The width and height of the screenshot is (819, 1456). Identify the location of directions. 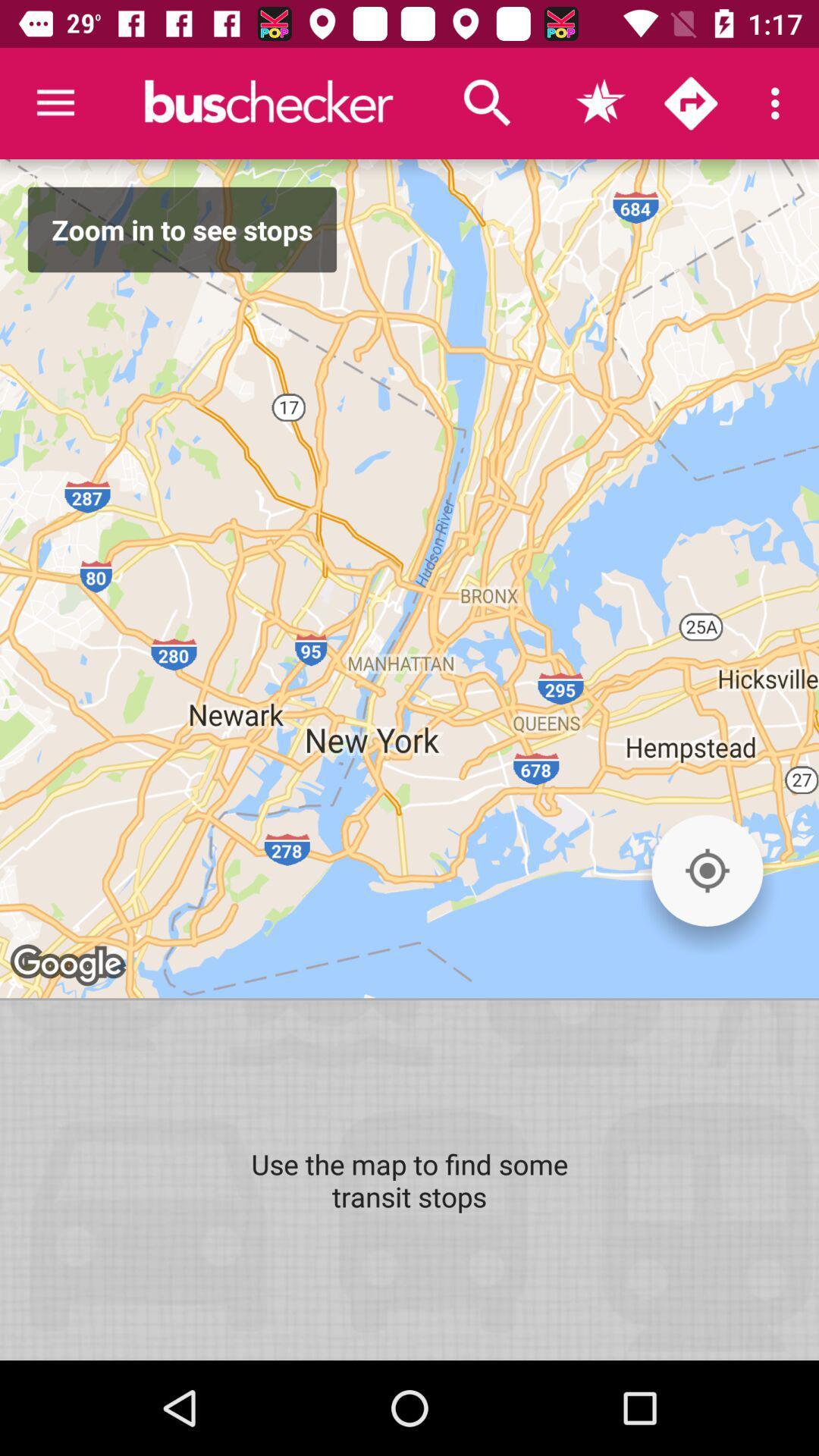
(691, 102).